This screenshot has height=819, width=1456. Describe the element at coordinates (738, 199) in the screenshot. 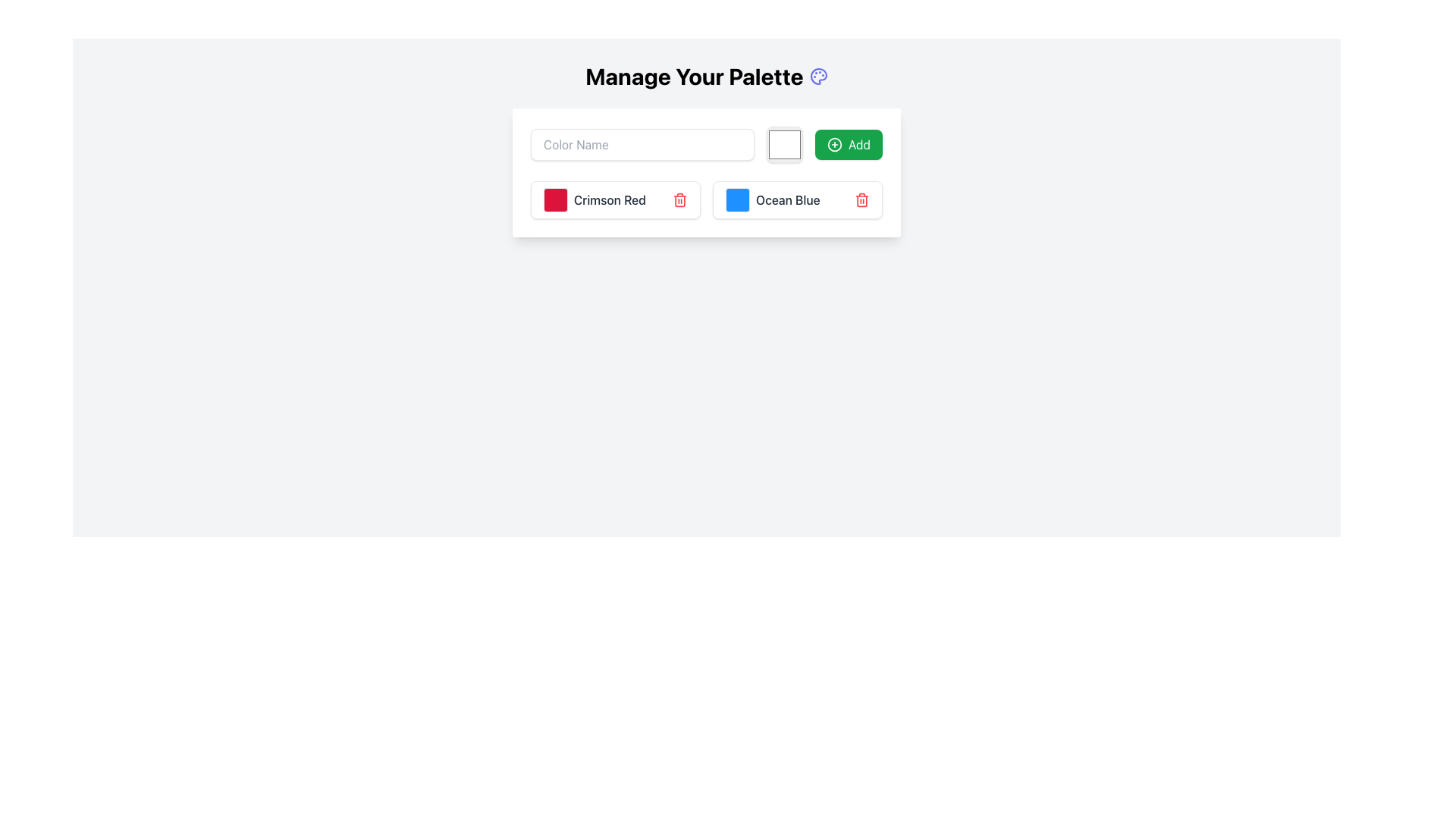

I see `the color representation of the Color indicator box for 'Ocean Blue', which is visually represented as a square box located to the left of the text label 'Ocean Blue'` at that location.